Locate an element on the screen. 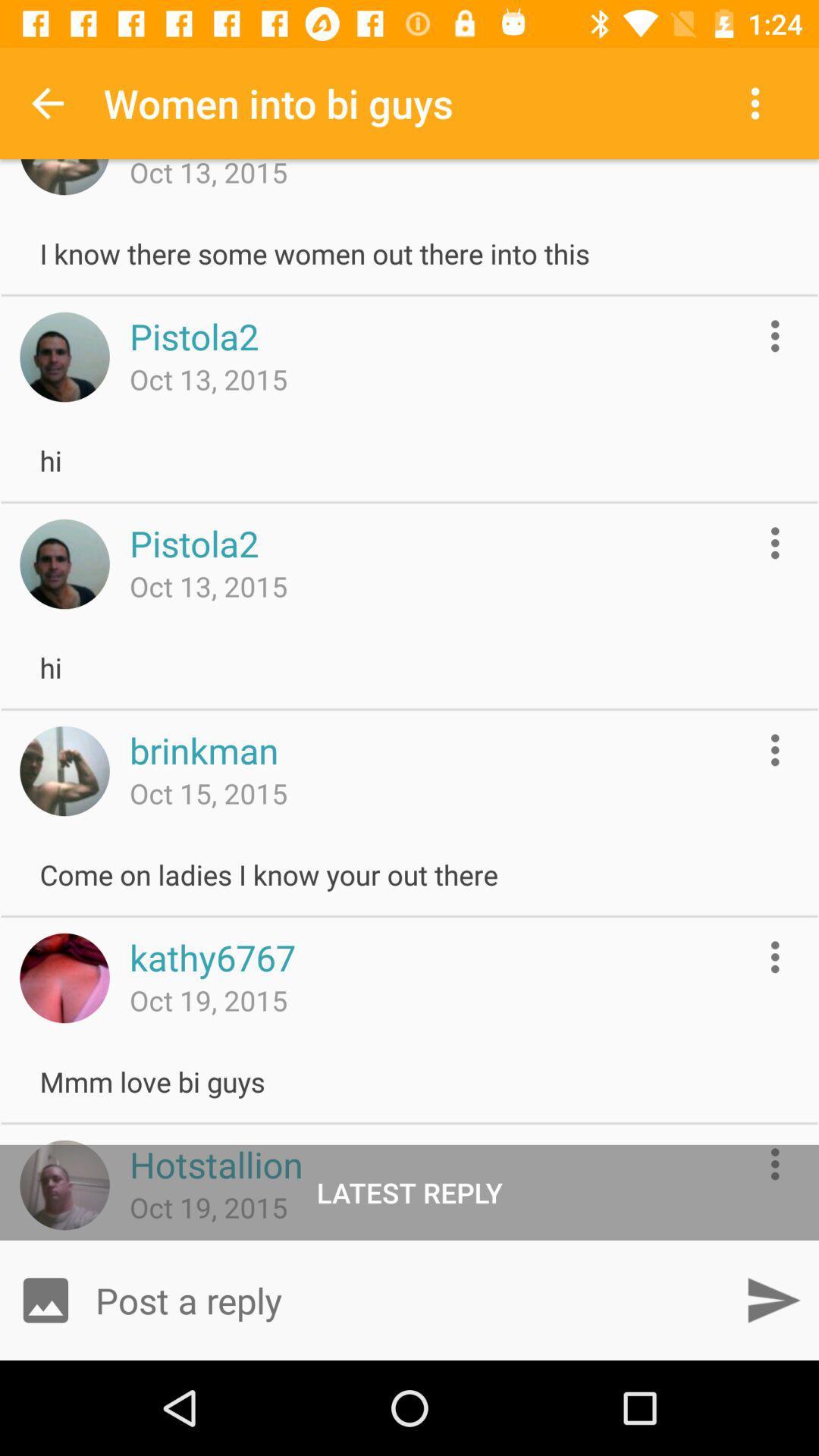  user profile is located at coordinates (64, 1185).